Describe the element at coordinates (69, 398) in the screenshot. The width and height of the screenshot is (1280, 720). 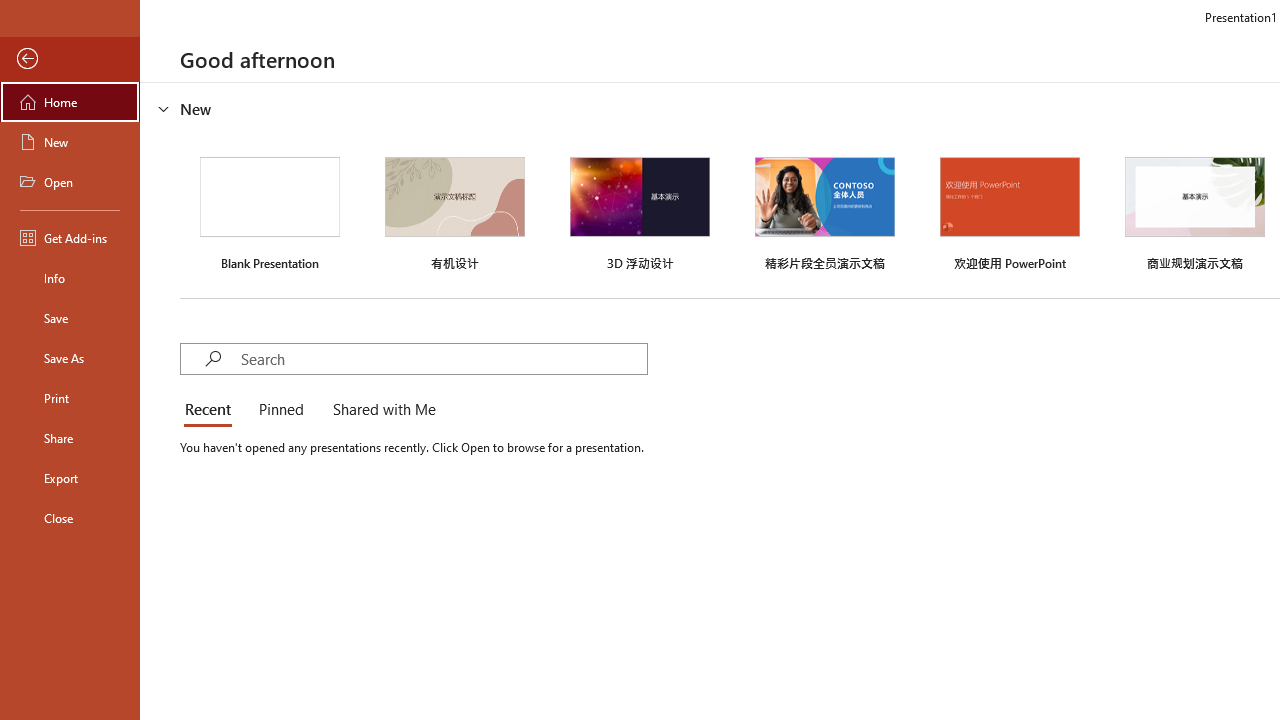
I see `'Print'` at that location.